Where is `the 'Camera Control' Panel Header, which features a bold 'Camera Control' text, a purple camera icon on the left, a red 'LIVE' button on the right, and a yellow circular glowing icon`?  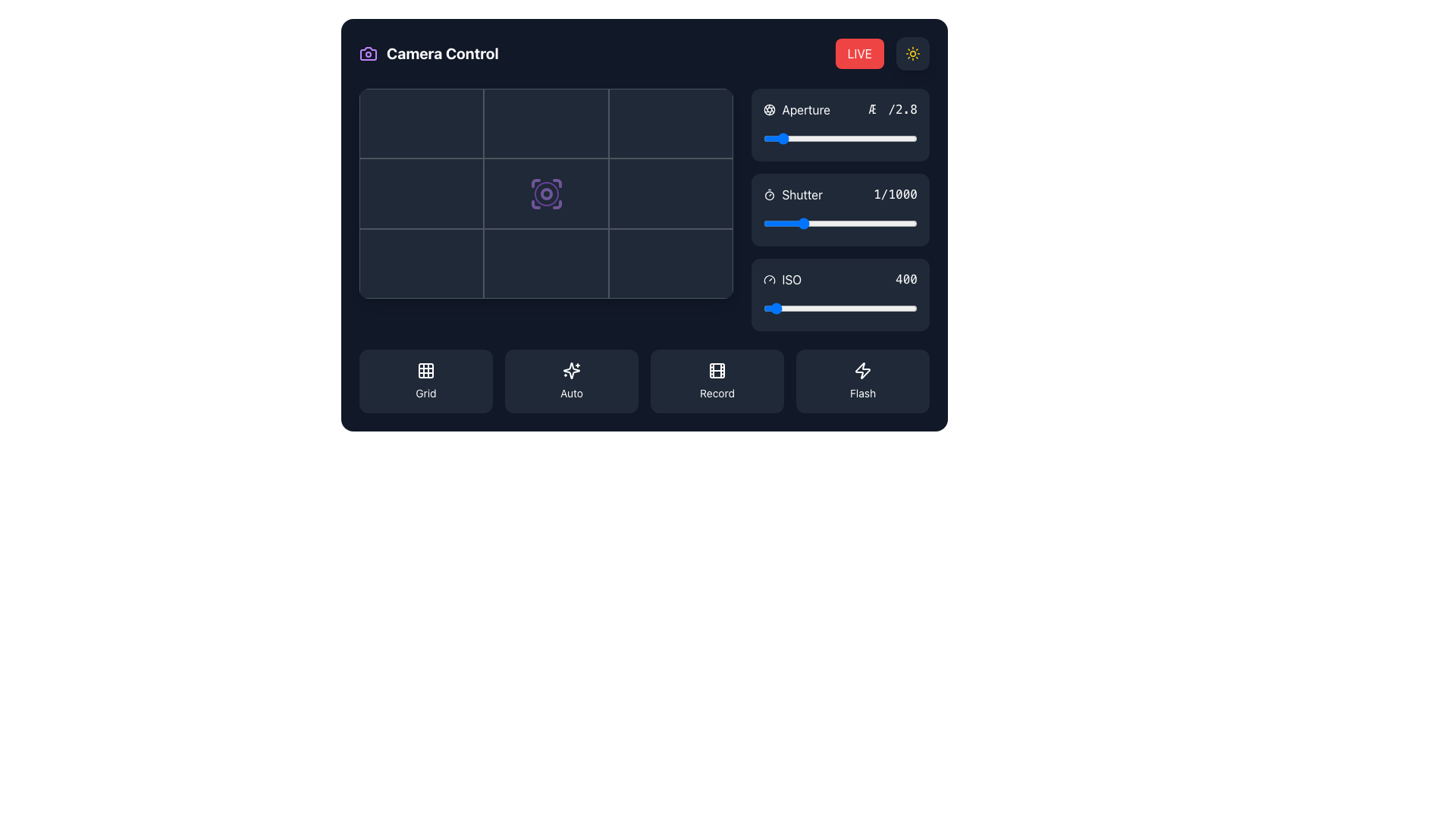
the 'Camera Control' Panel Header, which features a bold 'Camera Control' text, a purple camera icon on the left, a red 'LIVE' button on the right, and a yellow circular glowing icon is located at coordinates (644, 52).